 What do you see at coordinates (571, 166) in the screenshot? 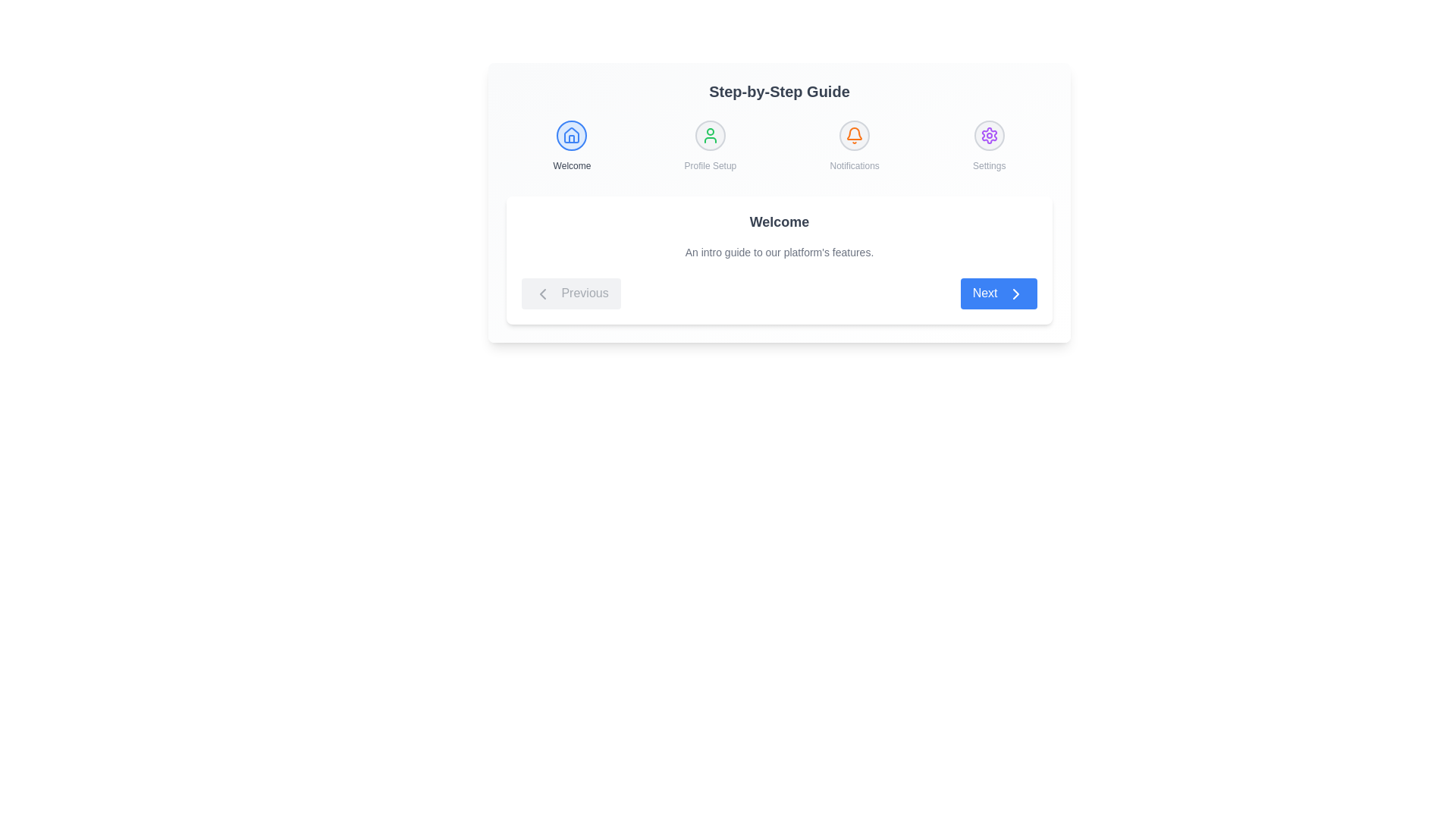
I see `the text label displaying the word 'Welcome', which is positioned below the home icon in a step-based navigation interface` at bounding box center [571, 166].